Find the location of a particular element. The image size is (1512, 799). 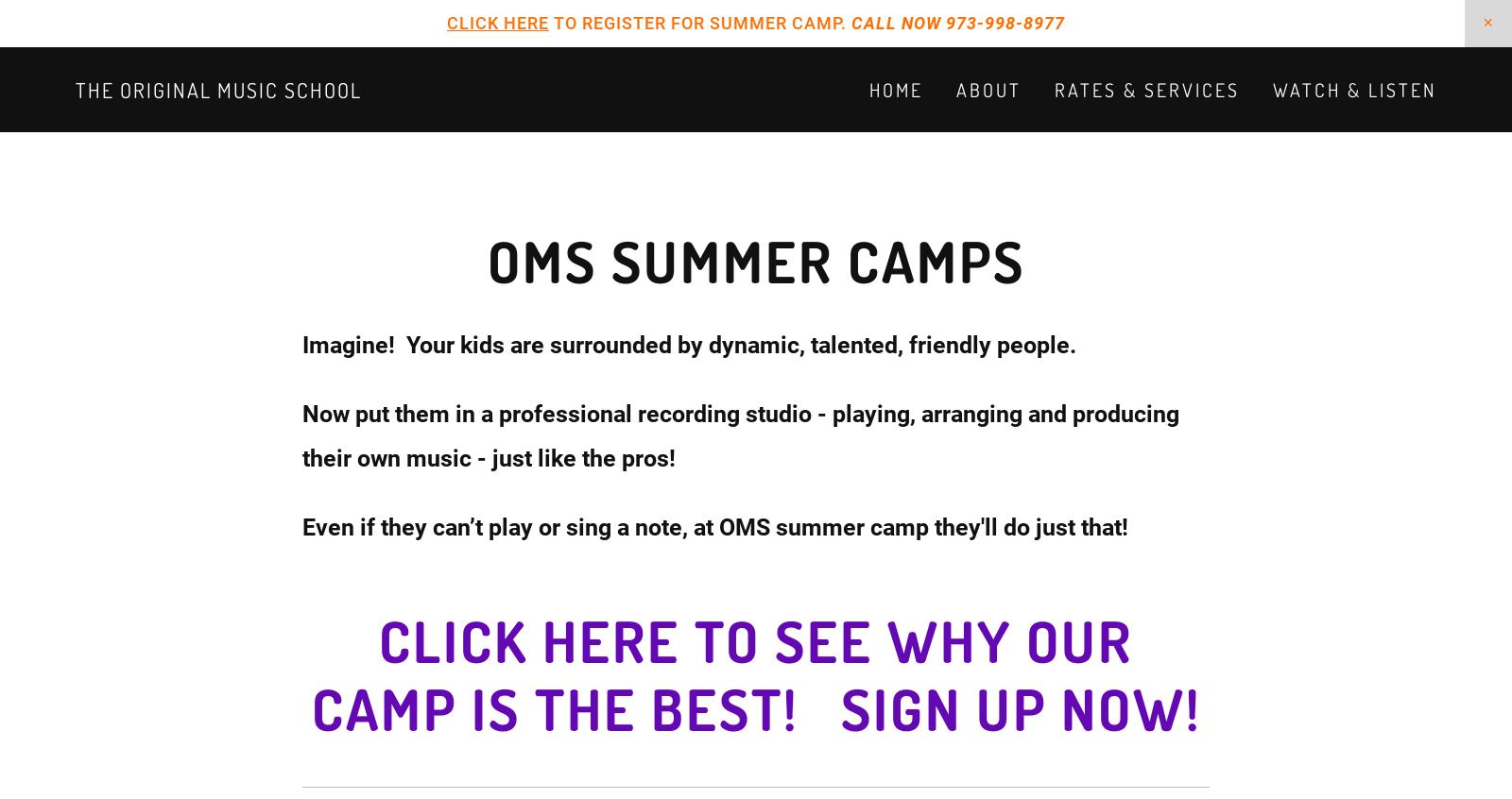

'ABOUT' is located at coordinates (988, 90).